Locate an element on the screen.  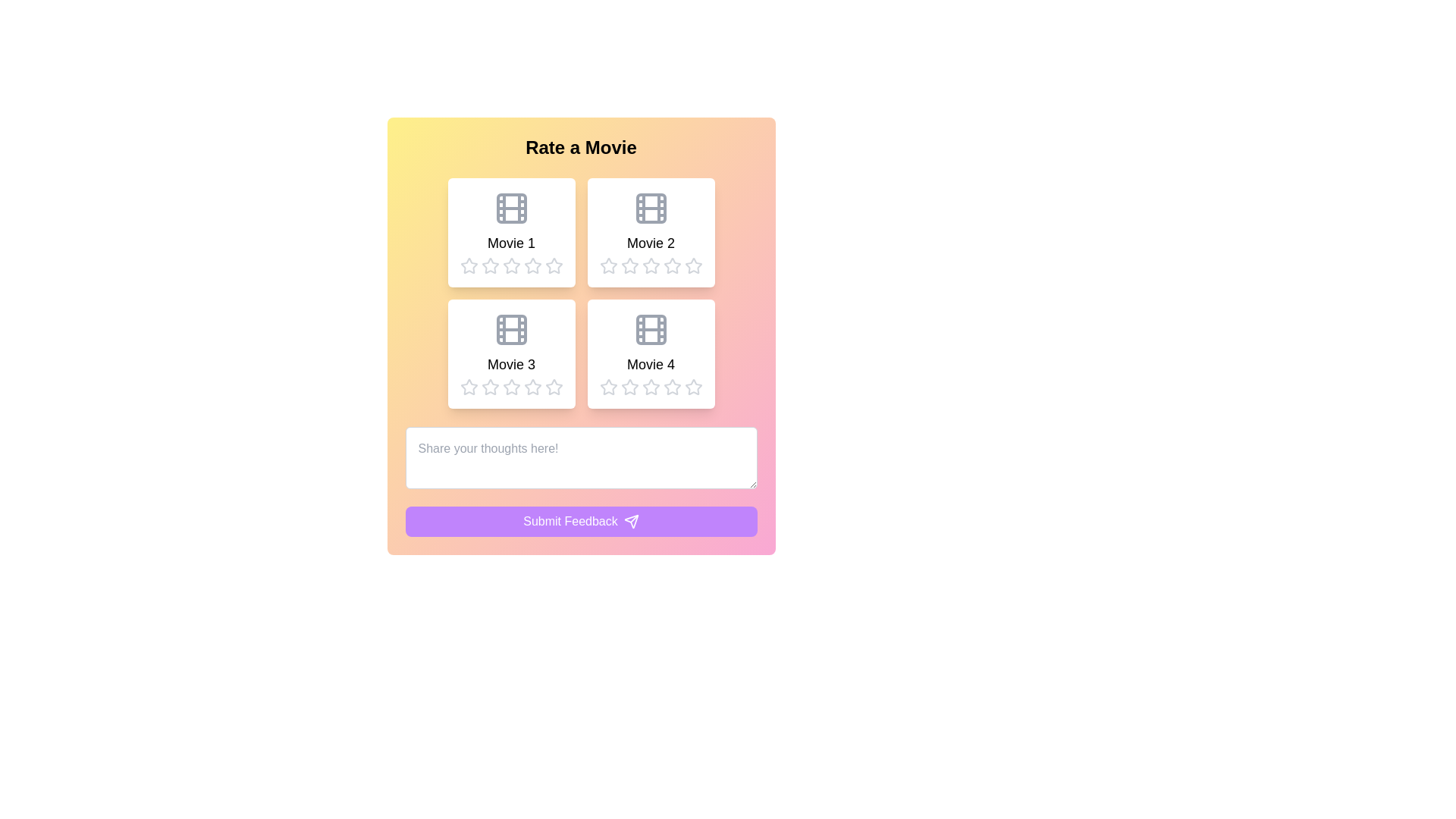
the rectangular box with rounded corners located at the center of the filmstrip icon inside the second movie card labeled 'Movie 2' in the grid below 'Rate a Movie' is located at coordinates (651, 208).